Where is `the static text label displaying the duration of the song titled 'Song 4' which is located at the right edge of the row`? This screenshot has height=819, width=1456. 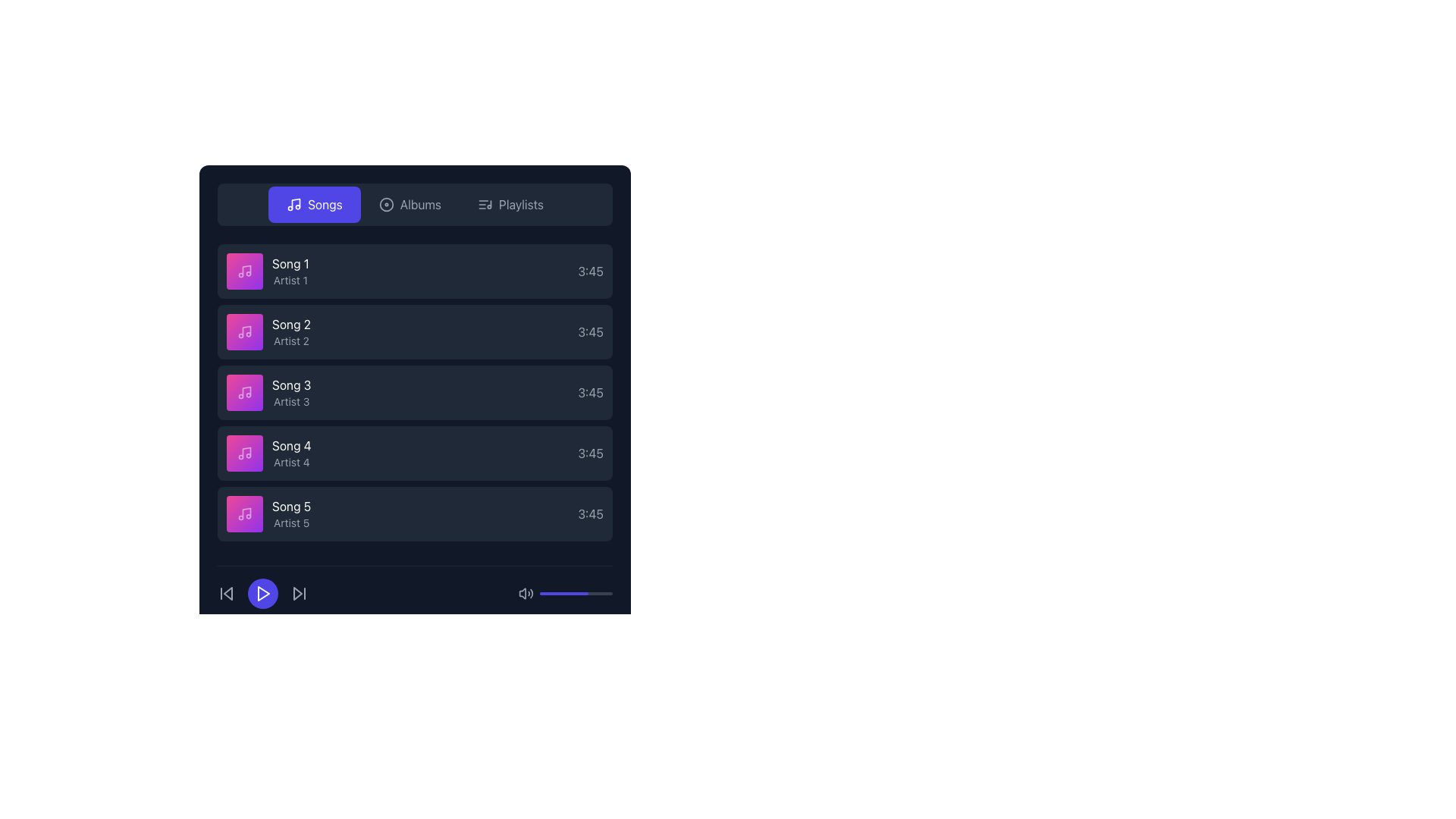 the static text label displaying the duration of the song titled 'Song 4' which is located at the right edge of the row is located at coordinates (590, 452).